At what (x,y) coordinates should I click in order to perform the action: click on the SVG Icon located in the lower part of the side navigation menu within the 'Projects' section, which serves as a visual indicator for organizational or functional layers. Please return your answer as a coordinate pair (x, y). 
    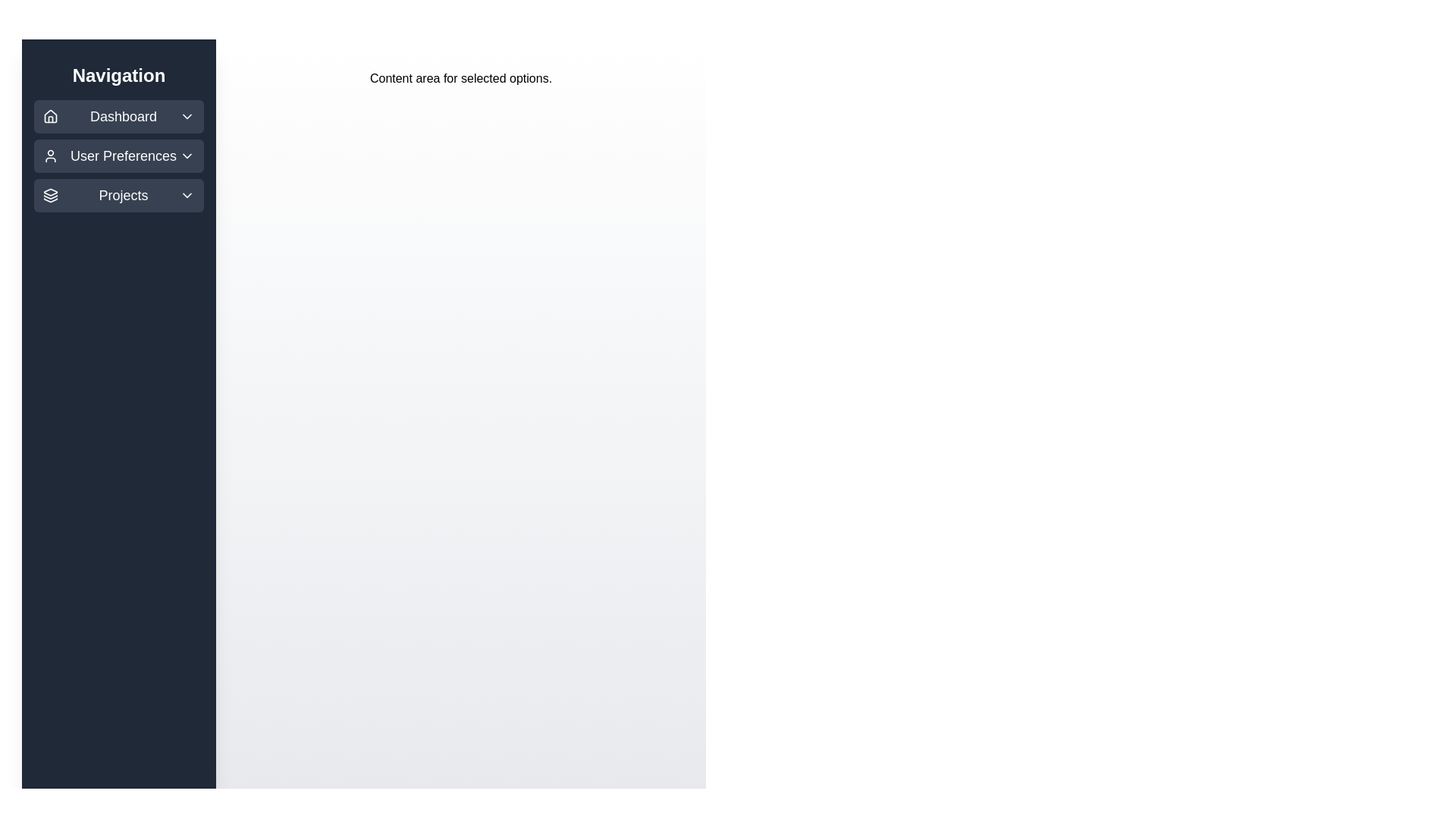
    Looking at the image, I should click on (51, 191).